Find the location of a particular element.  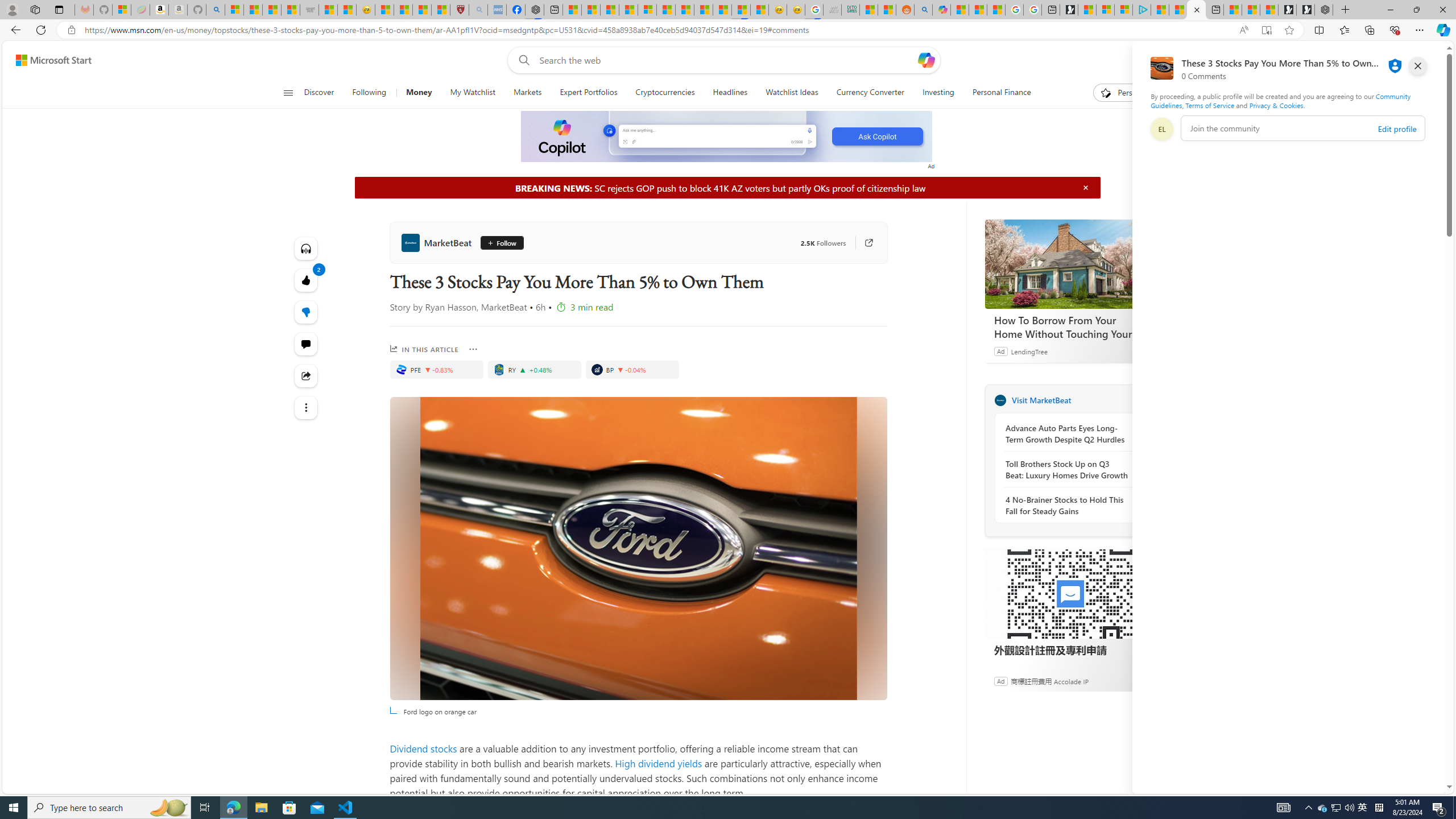

'Currency Converter' is located at coordinates (869, 92).